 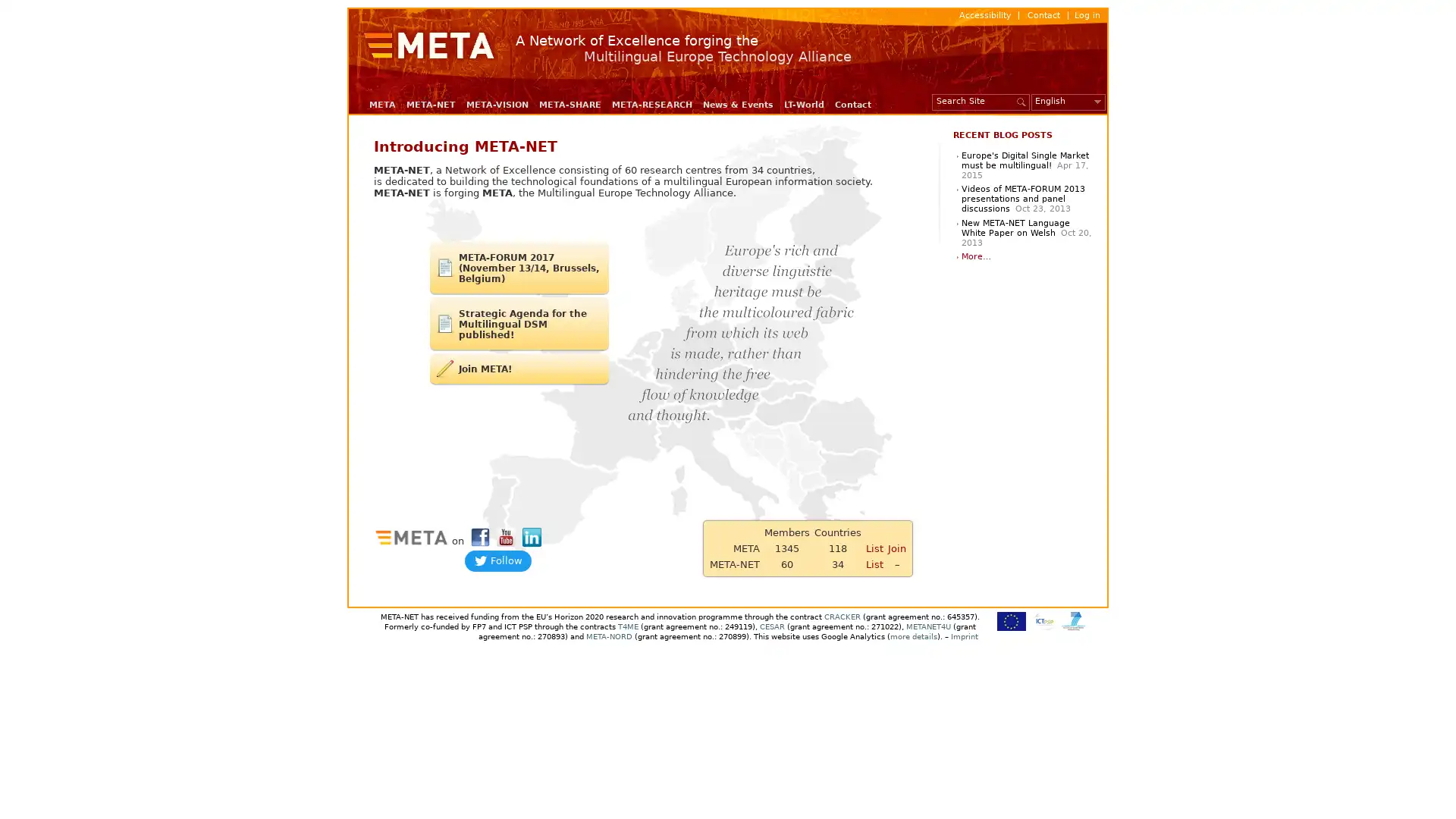 I want to click on Search, so click(x=1022, y=101).